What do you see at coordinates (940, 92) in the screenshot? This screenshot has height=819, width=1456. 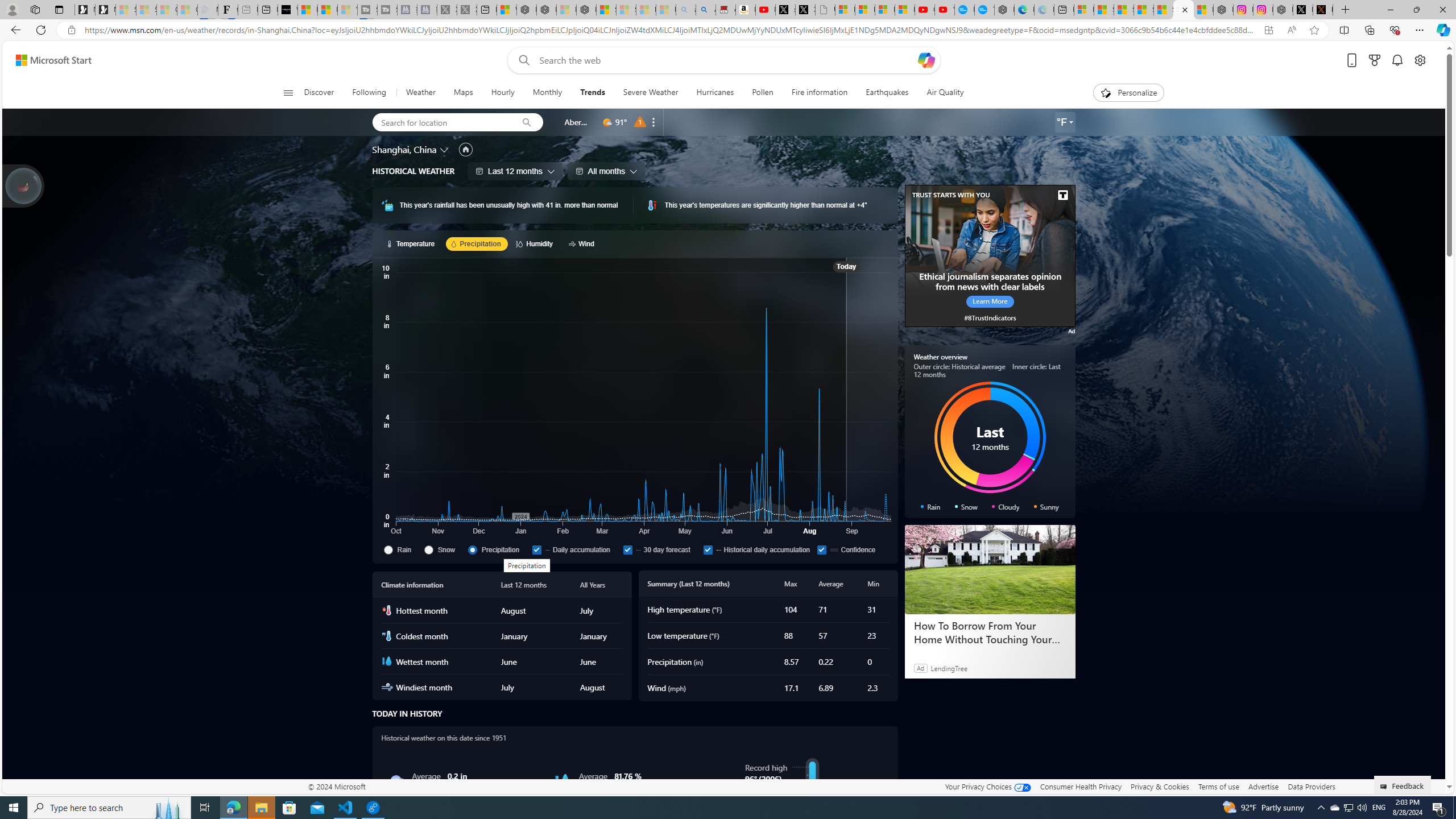 I see `'Air Quality'` at bounding box center [940, 92].